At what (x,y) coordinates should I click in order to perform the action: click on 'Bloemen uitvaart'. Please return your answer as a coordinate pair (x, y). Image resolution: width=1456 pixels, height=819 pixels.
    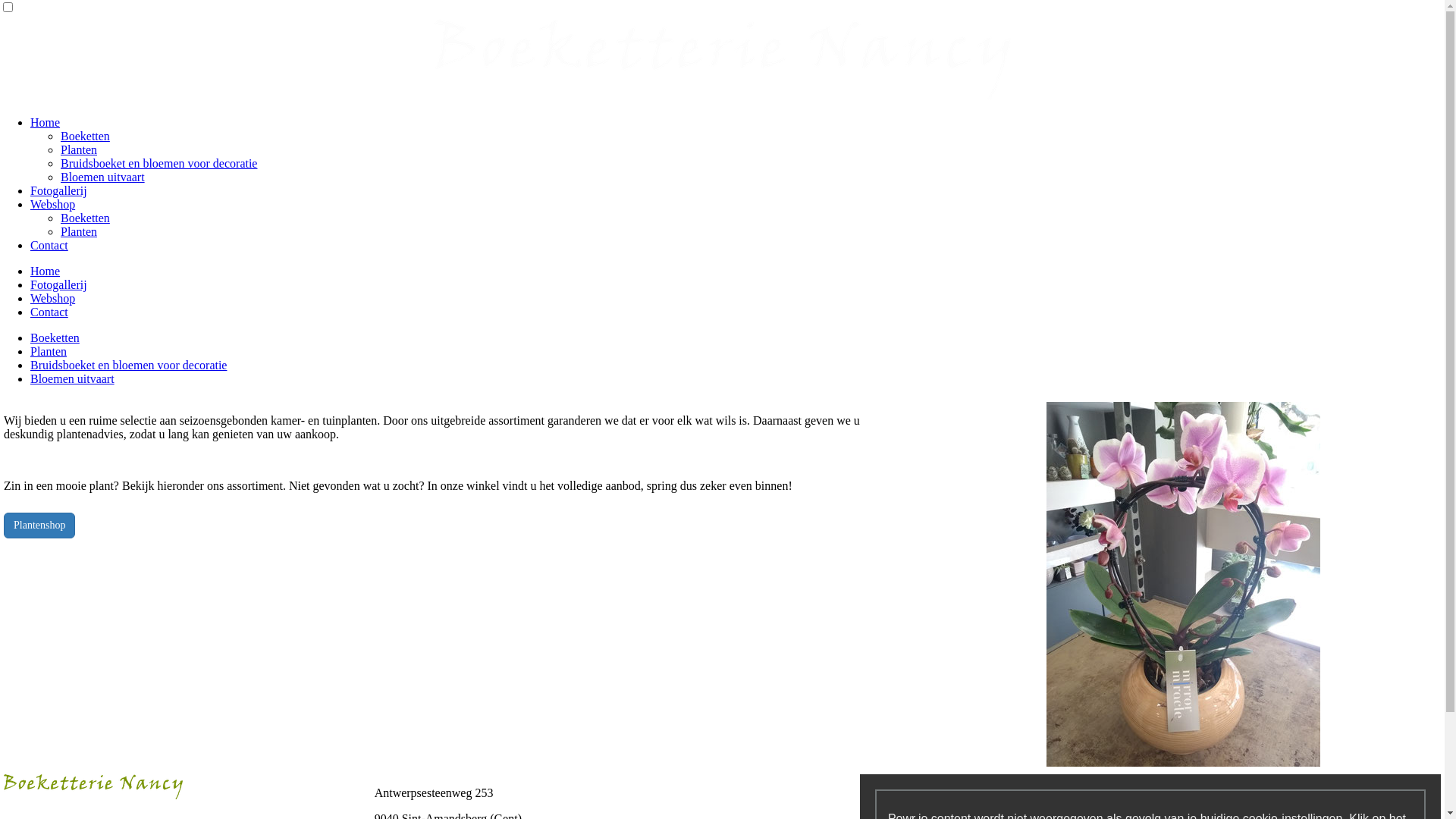
    Looking at the image, I should click on (102, 176).